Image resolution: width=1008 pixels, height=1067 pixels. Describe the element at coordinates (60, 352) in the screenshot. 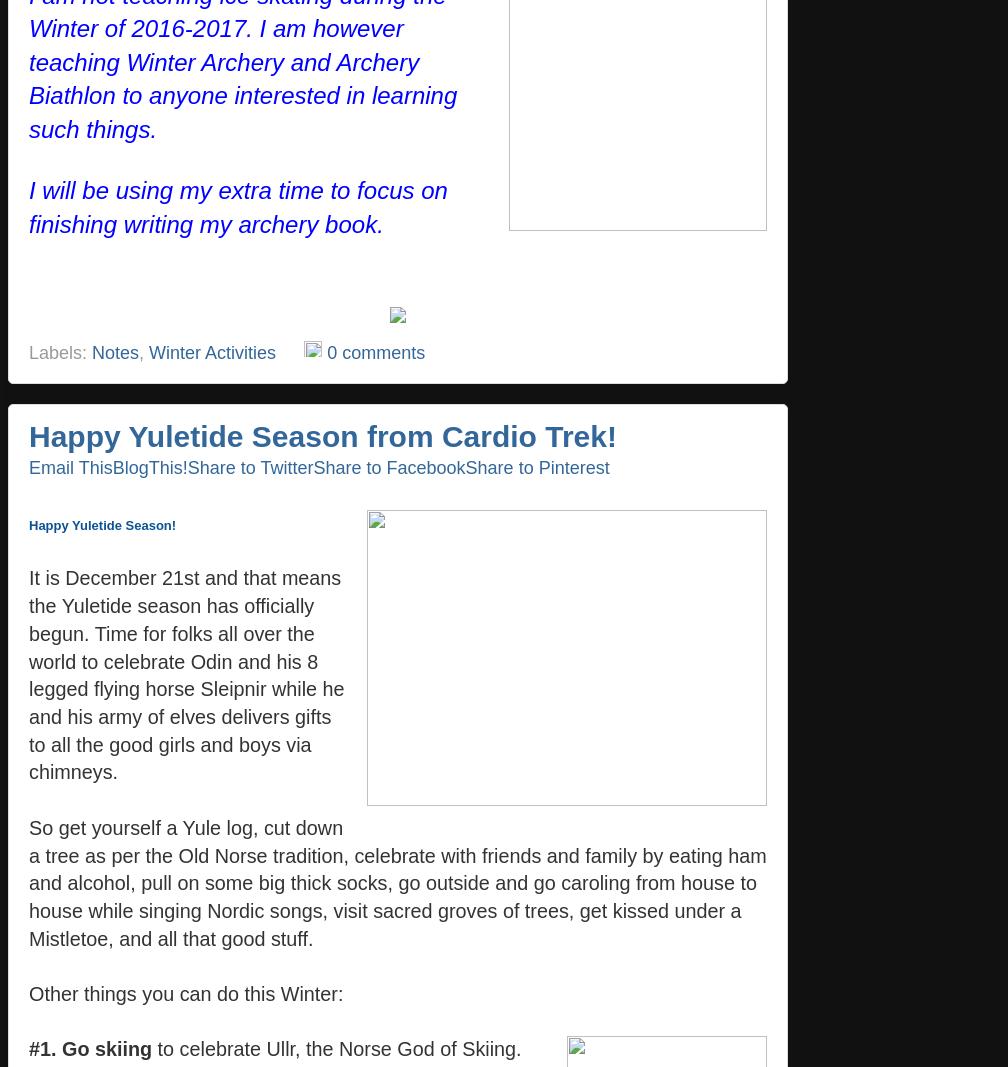

I see `'Labels:'` at that location.